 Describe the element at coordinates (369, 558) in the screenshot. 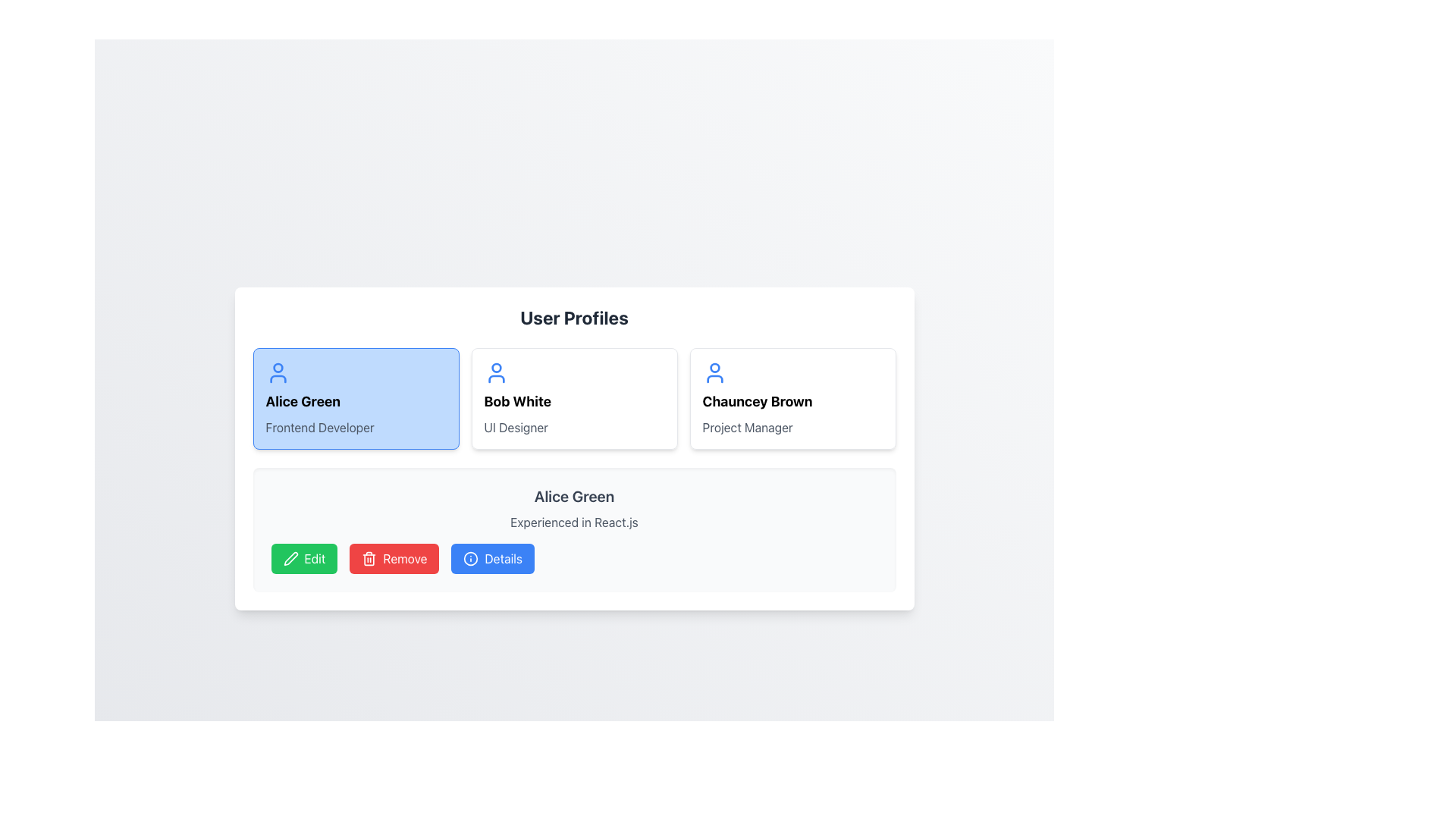

I see `the delete icon located within the 'Remove' button at the bottom of the 'Alice Green' user profile card` at that location.